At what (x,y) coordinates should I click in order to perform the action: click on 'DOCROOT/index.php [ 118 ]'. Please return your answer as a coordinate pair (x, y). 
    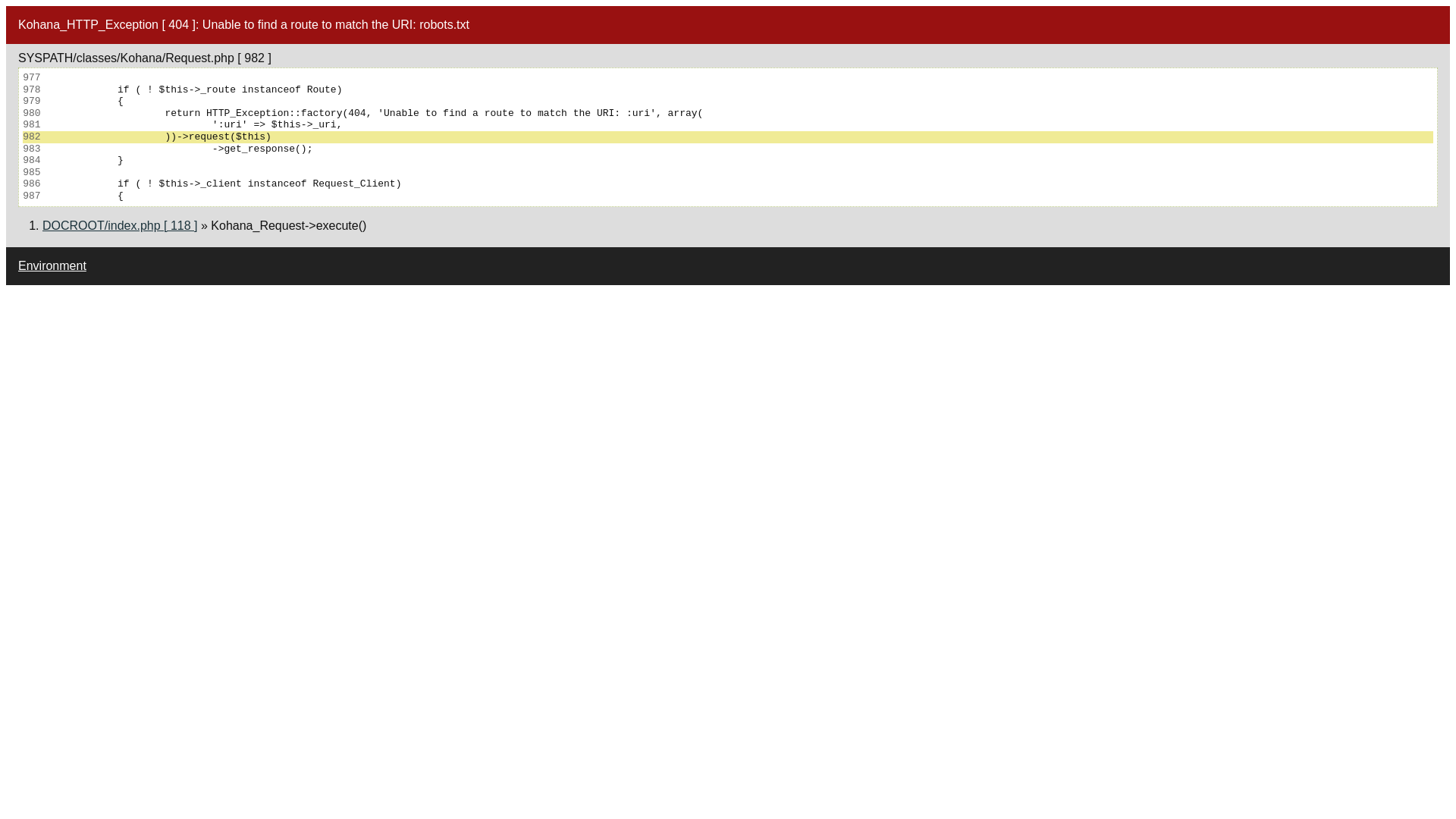
    Looking at the image, I should click on (119, 225).